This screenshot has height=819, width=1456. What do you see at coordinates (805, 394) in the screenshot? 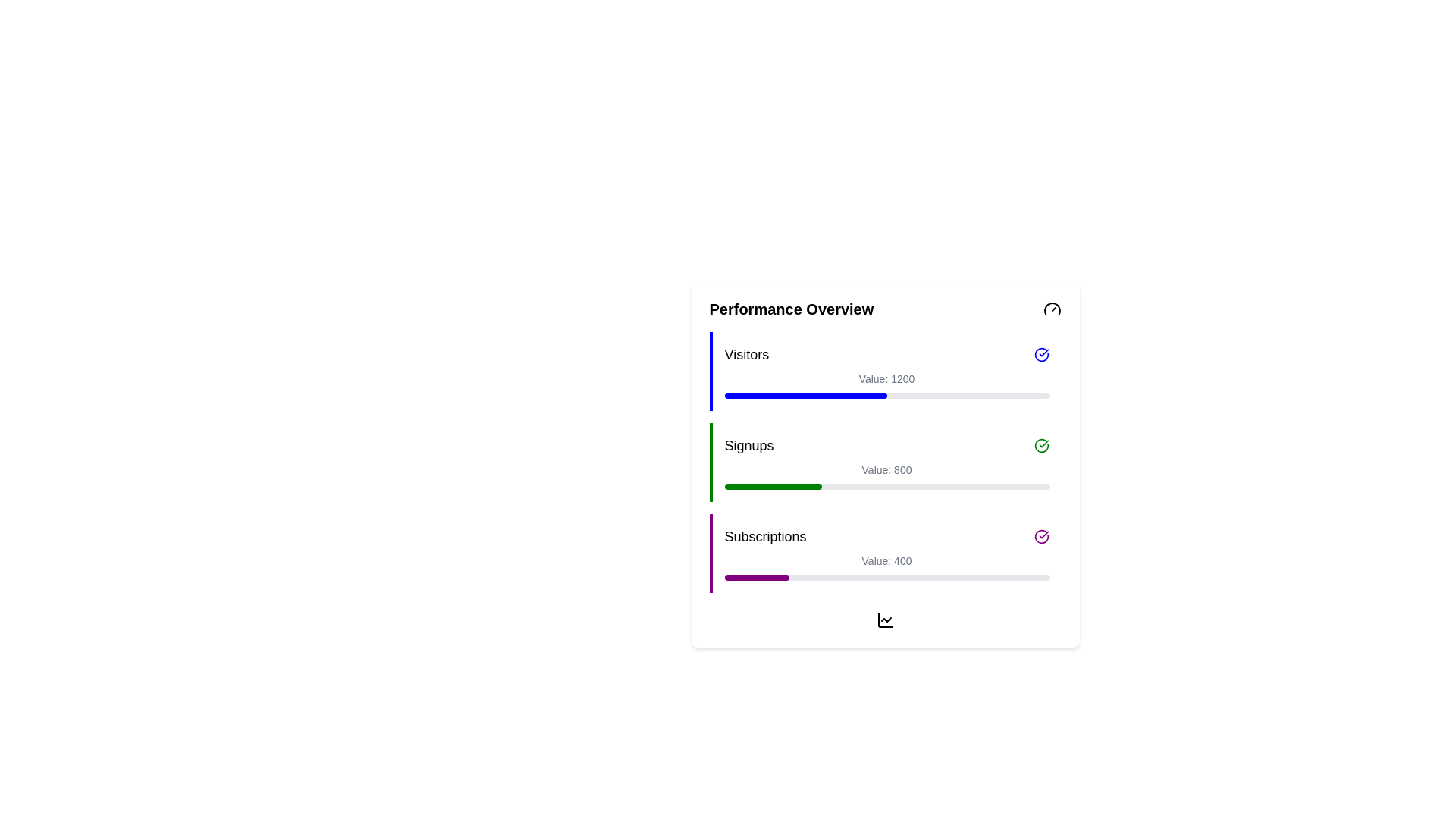
I see `the blue-colored progress bar segment that represents the filled portion of the progress bar under the 'Performance Overview' section, aligned with the 'Visitors' row` at bounding box center [805, 394].